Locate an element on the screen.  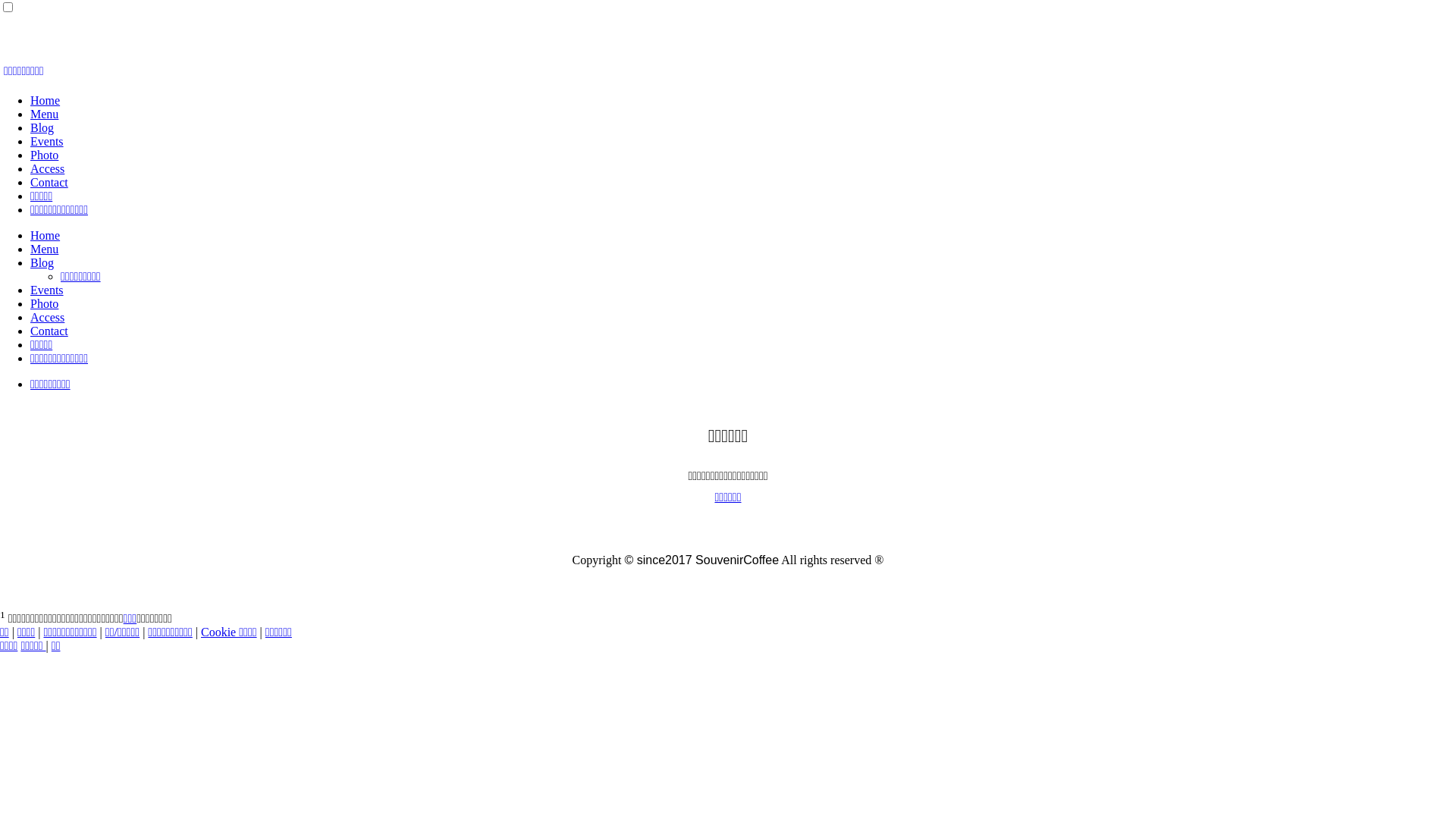
'Home' is located at coordinates (45, 235).